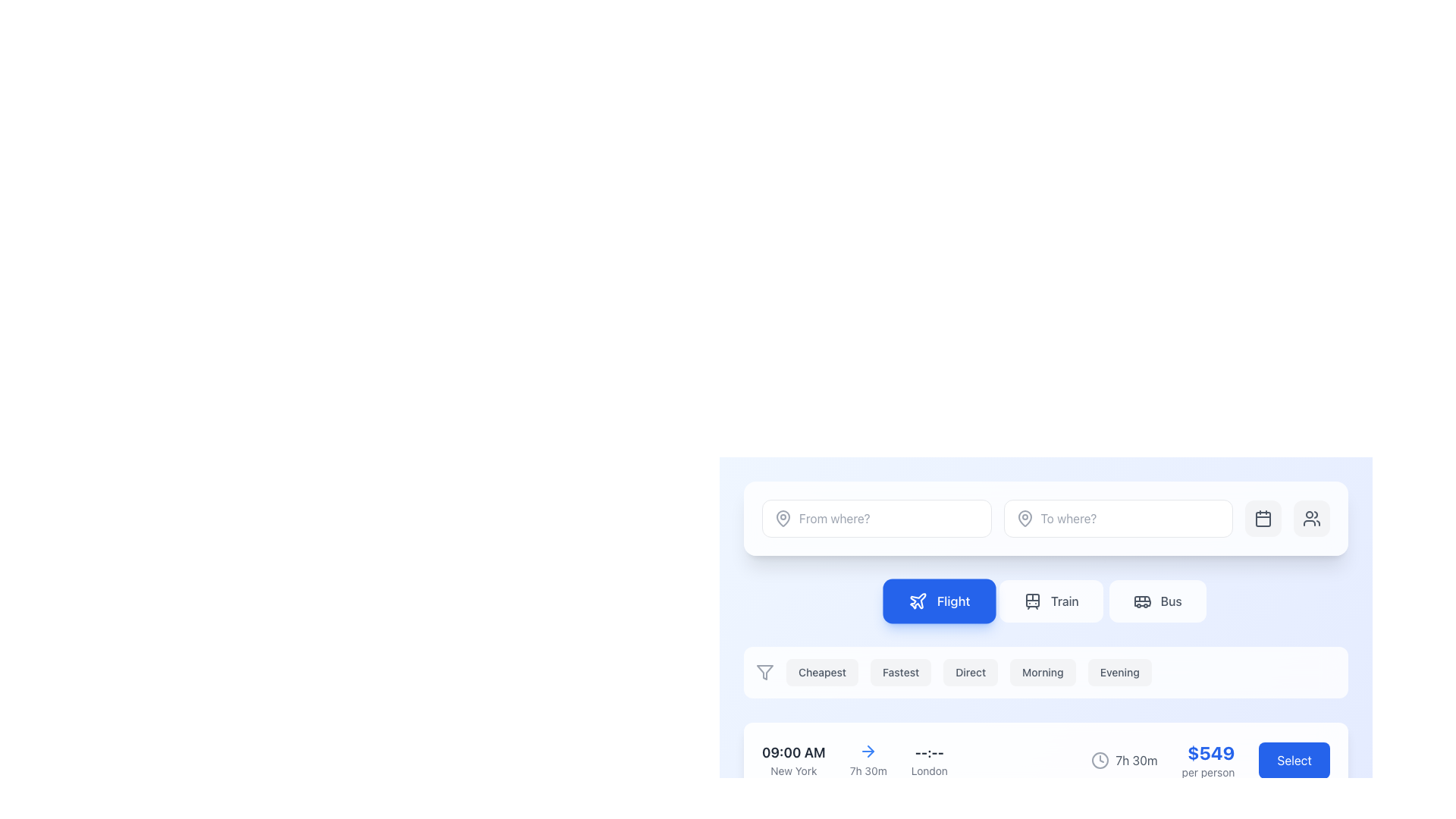  Describe the element at coordinates (1142, 601) in the screenshot. I see `the bus icon, which is the third option in a row of transportation choices including 'Flight' and 'Train'` at that location.